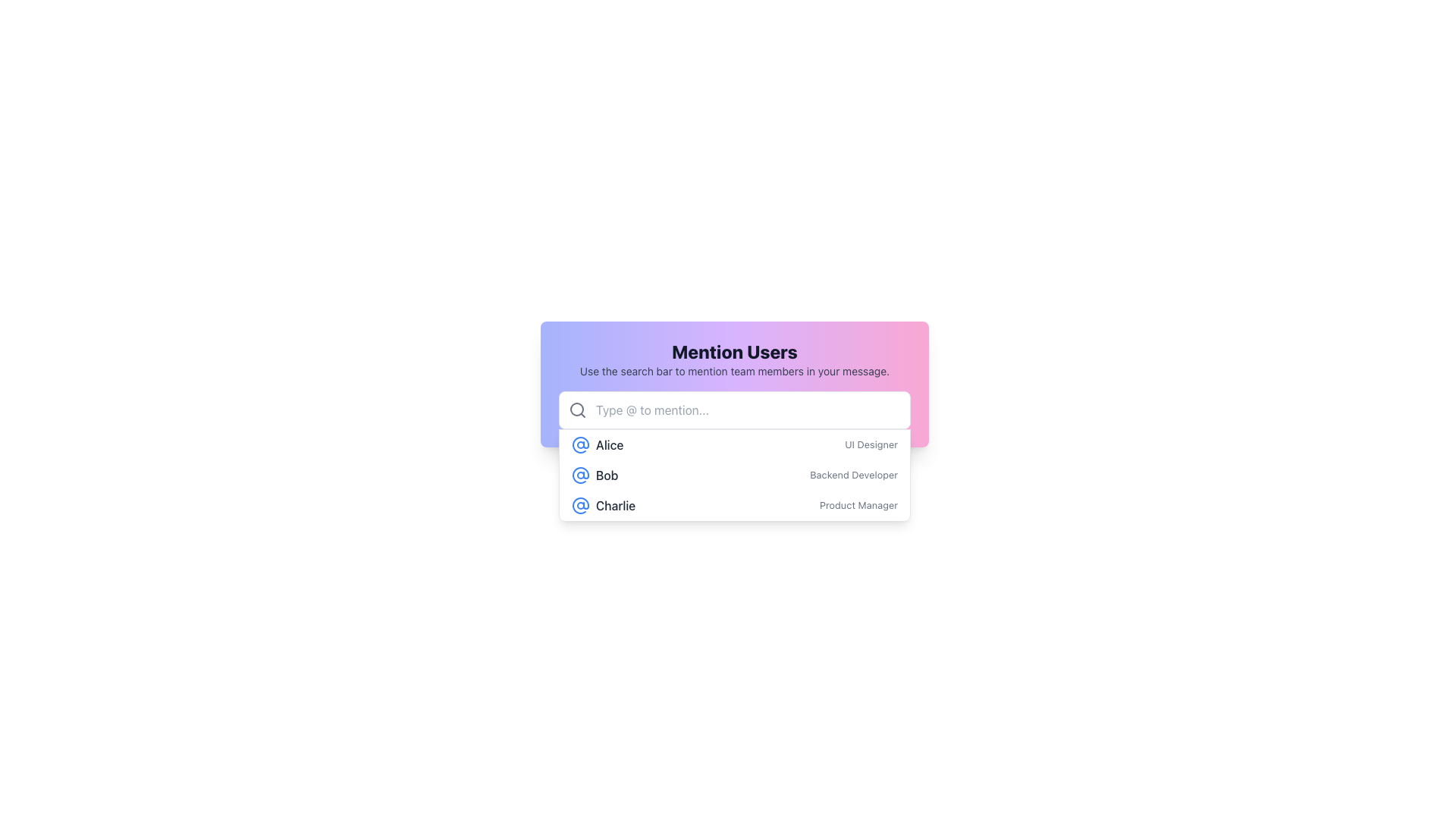 The height and width of the screenshot is (819, 1456). What do you see at coordinates (735, 474) in the screenshot?
I see `to select the user option 'Bob' with the title 'Backend Developer' from the second entry in the dropdown list below the search bar labeled 'Type @ to mention...'` at bounding box center [735, 474].